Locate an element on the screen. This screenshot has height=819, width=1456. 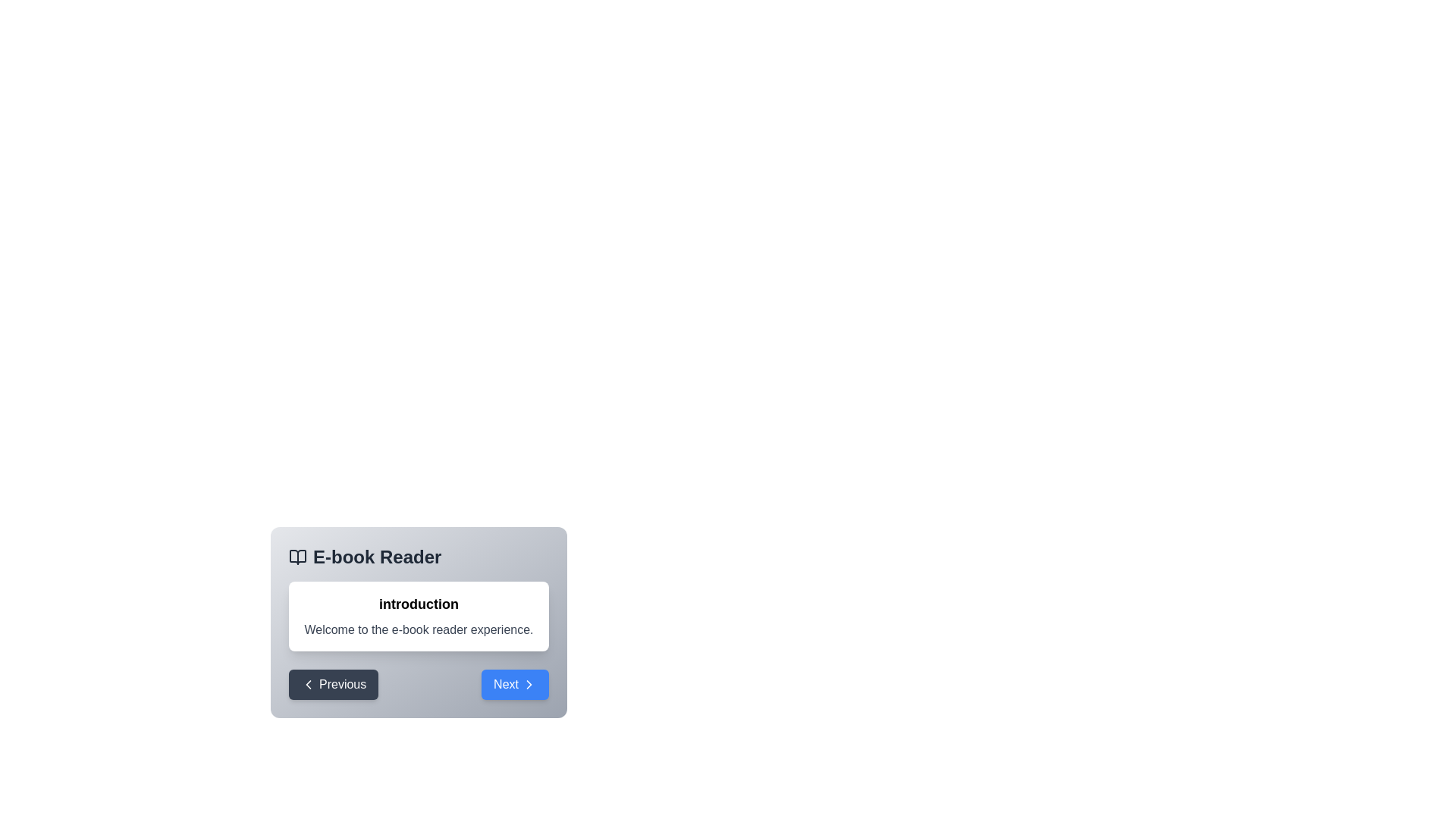
the decorative icon associated with the 'E-book Reader' header, which is positioned at the far left of the header section is located at coordinates (298, 557).